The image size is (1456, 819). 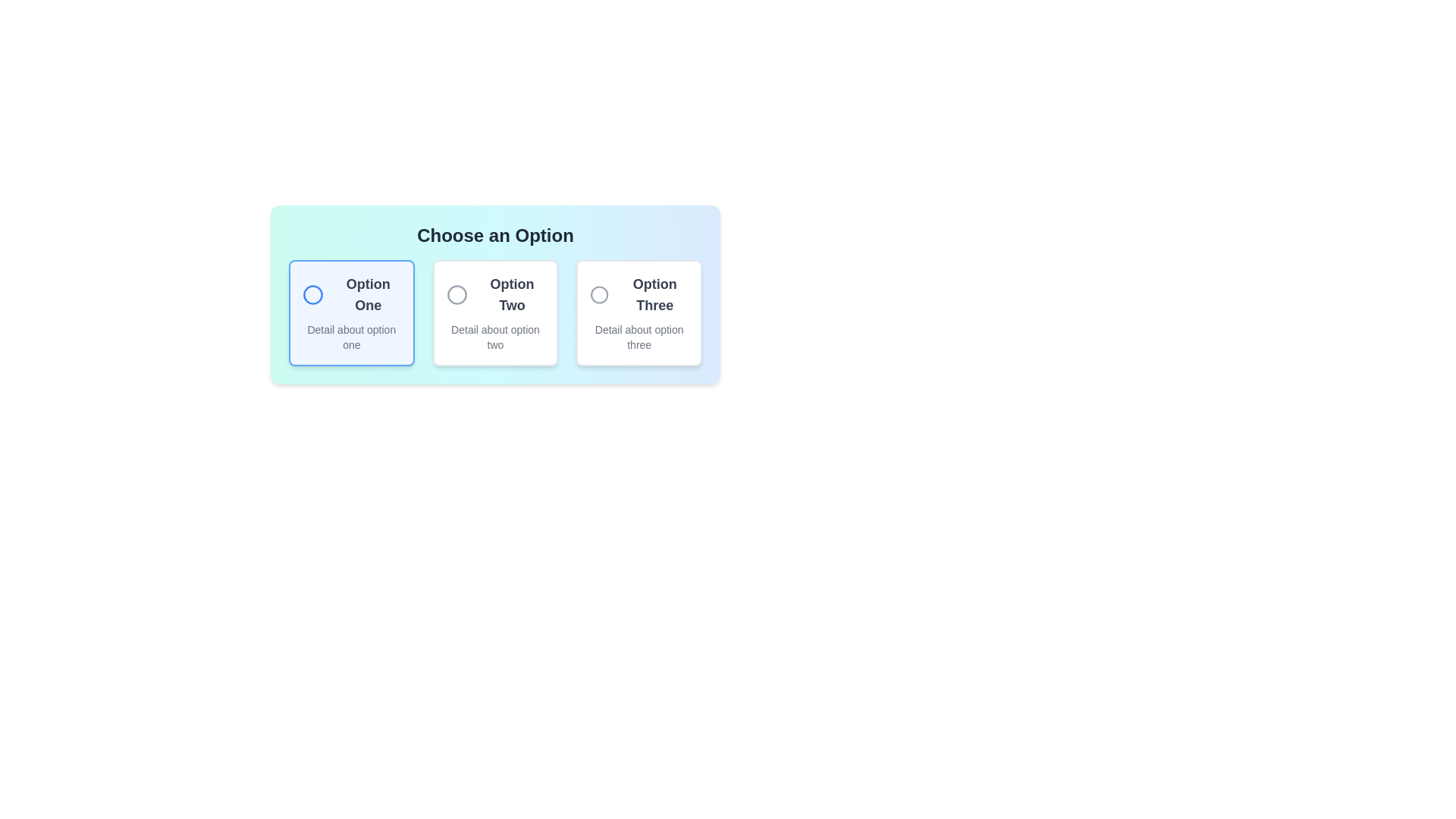 I want to click on the text label that represents the second selectable option, labeled 'Option Two', which is centrally located in a group of three options, so click(x=512, y=295).